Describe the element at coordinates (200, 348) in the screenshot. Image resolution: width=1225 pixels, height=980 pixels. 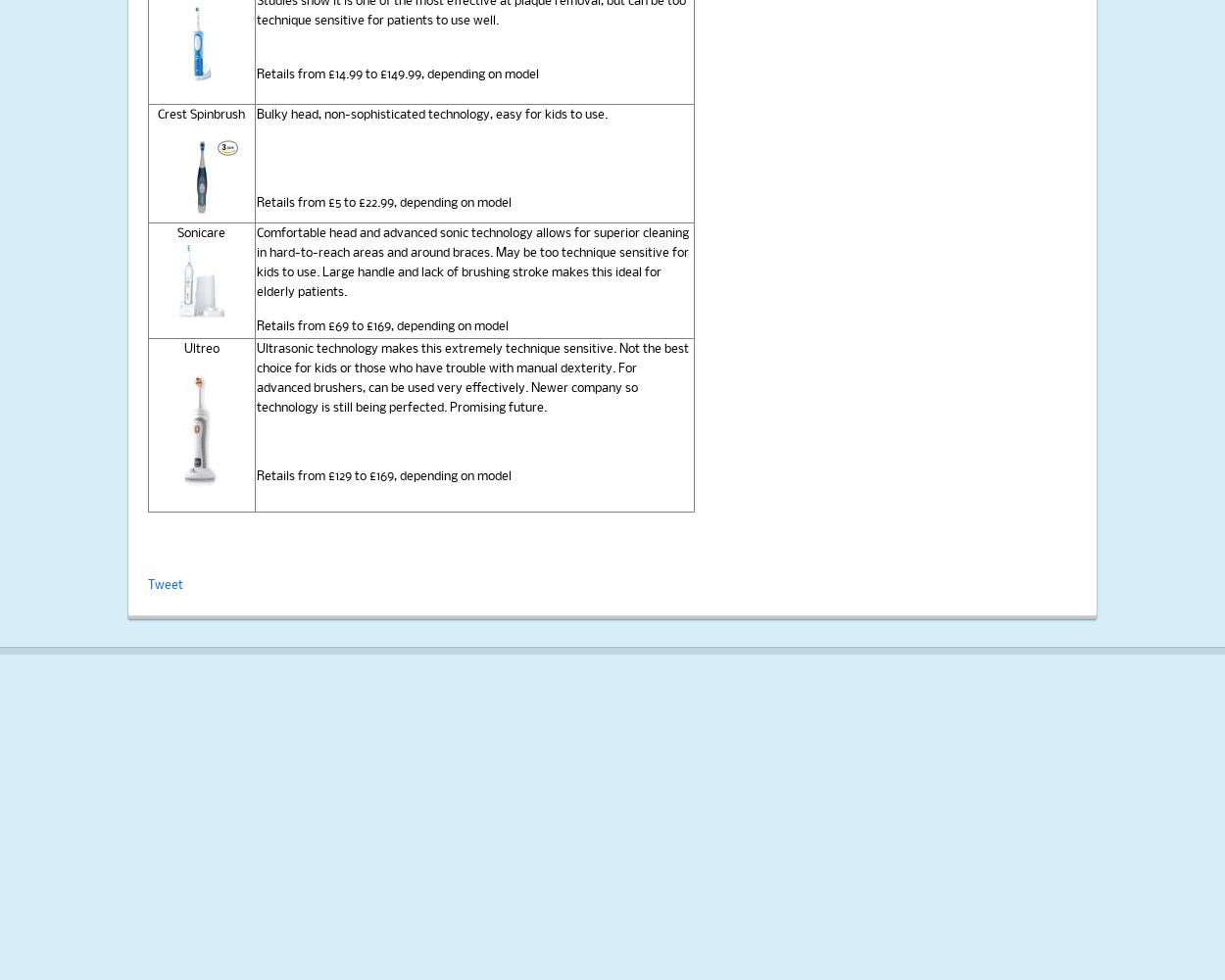
I see `'Ultreo'` at that location.